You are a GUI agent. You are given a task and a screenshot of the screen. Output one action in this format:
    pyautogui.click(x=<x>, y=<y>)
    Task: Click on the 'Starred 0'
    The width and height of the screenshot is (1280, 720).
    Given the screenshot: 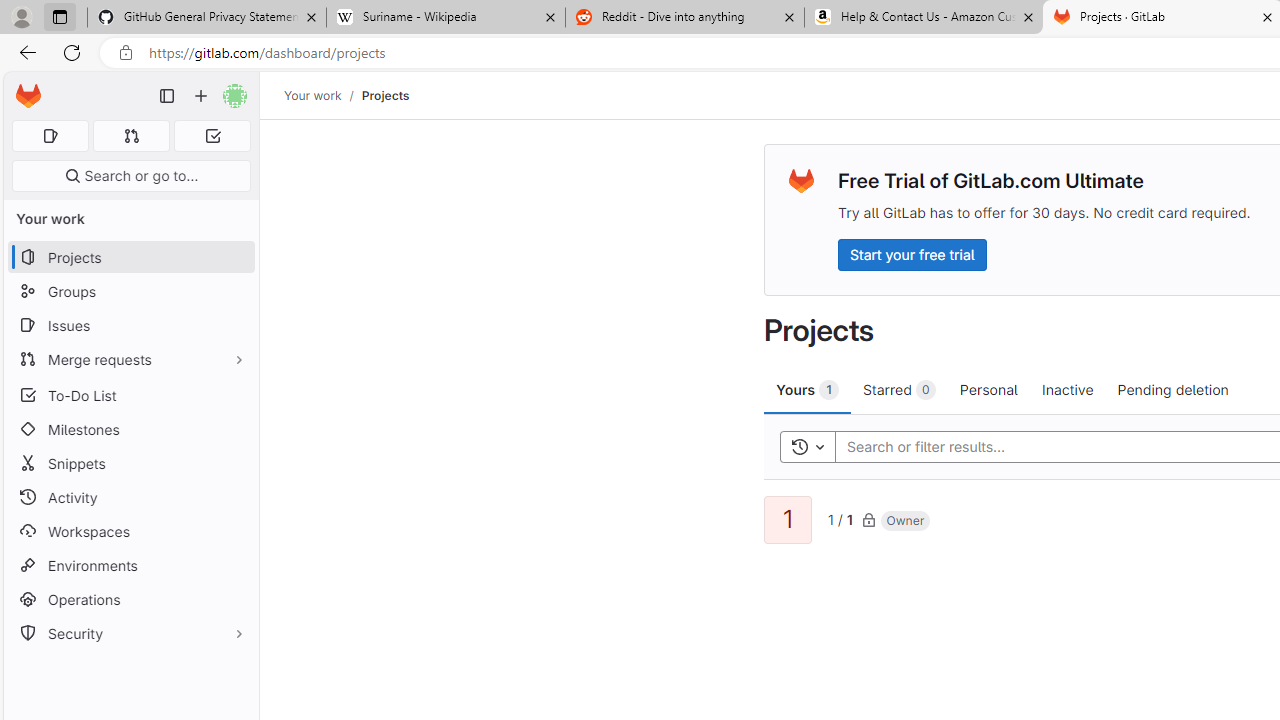 What is the action you would take?
    pyautogui.click(x=898, y=389)
    